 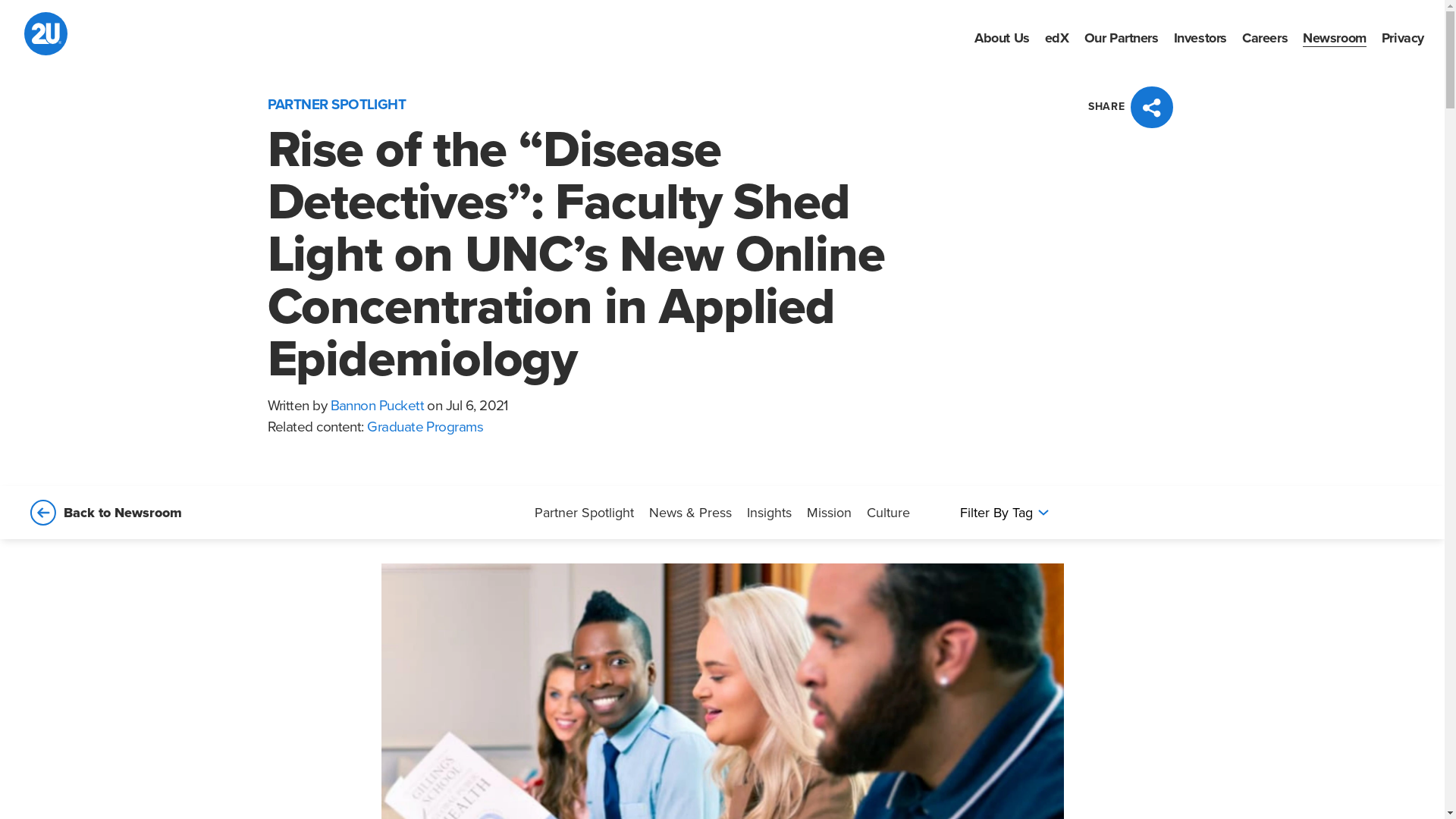 I want to click on 'Back to Newsroom', so click(x=24, y=512).